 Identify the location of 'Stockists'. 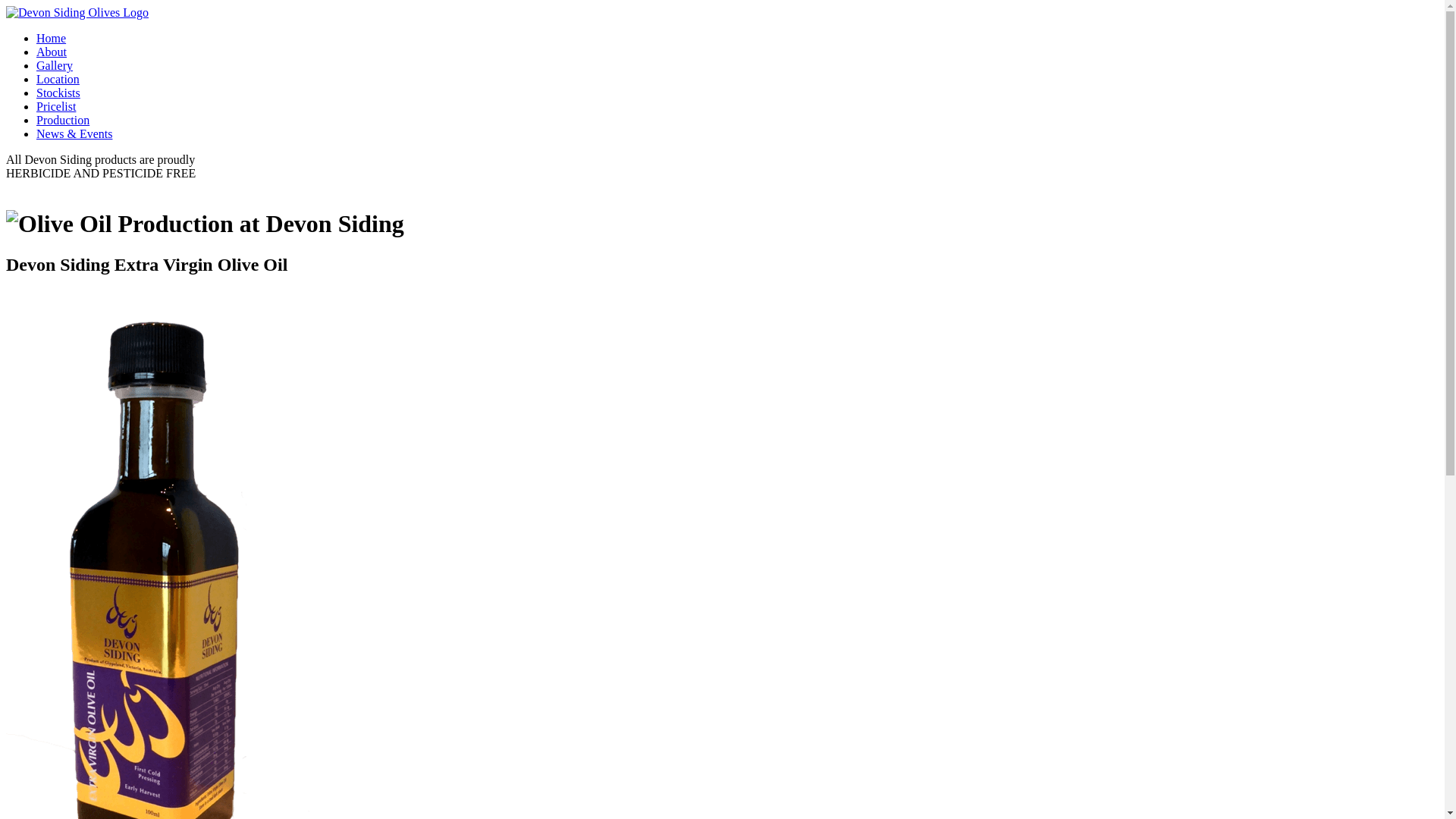
(58, 93).